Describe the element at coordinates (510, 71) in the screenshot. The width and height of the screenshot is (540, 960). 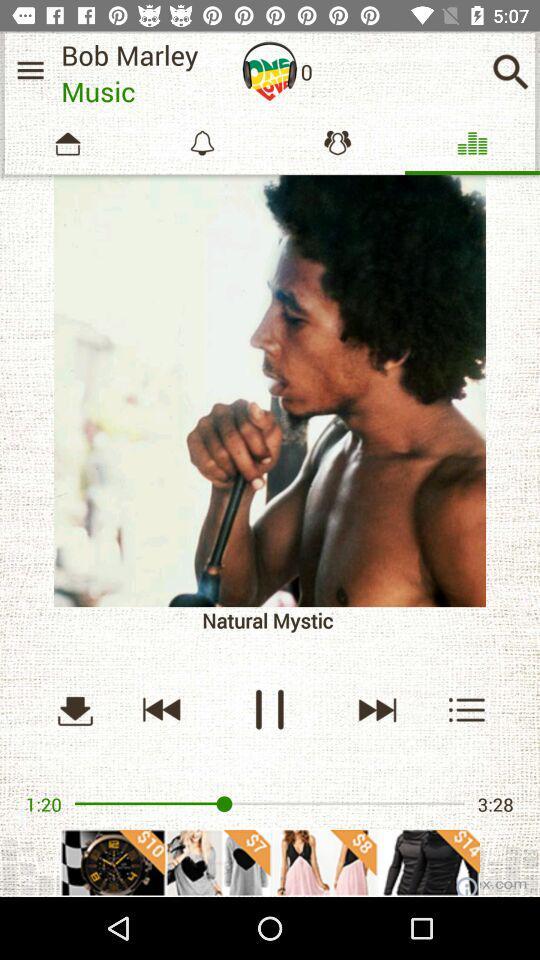
I see `search the songs` at that location.